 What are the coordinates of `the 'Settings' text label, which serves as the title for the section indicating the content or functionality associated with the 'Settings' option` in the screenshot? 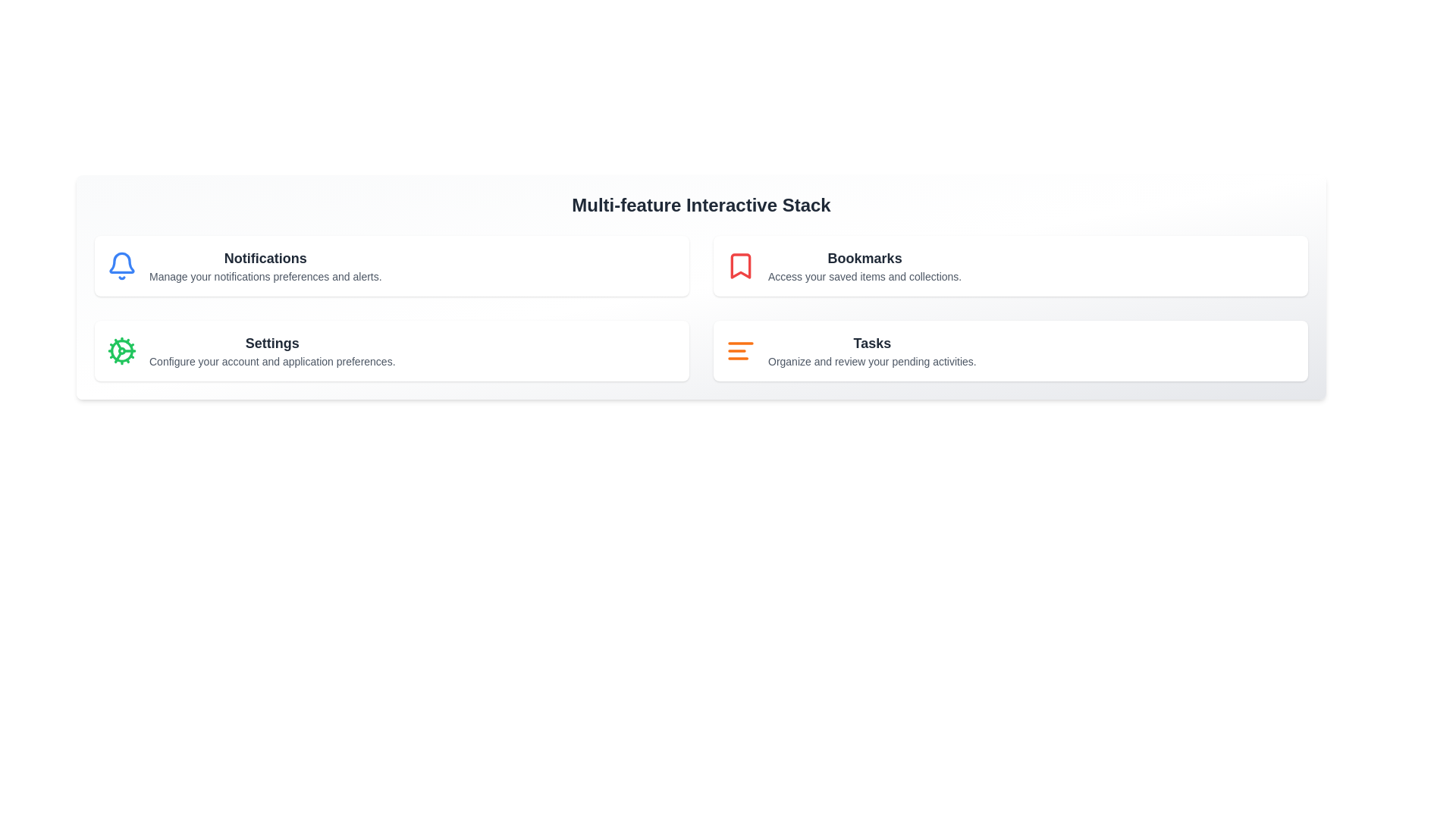 It's located at (272, 343).